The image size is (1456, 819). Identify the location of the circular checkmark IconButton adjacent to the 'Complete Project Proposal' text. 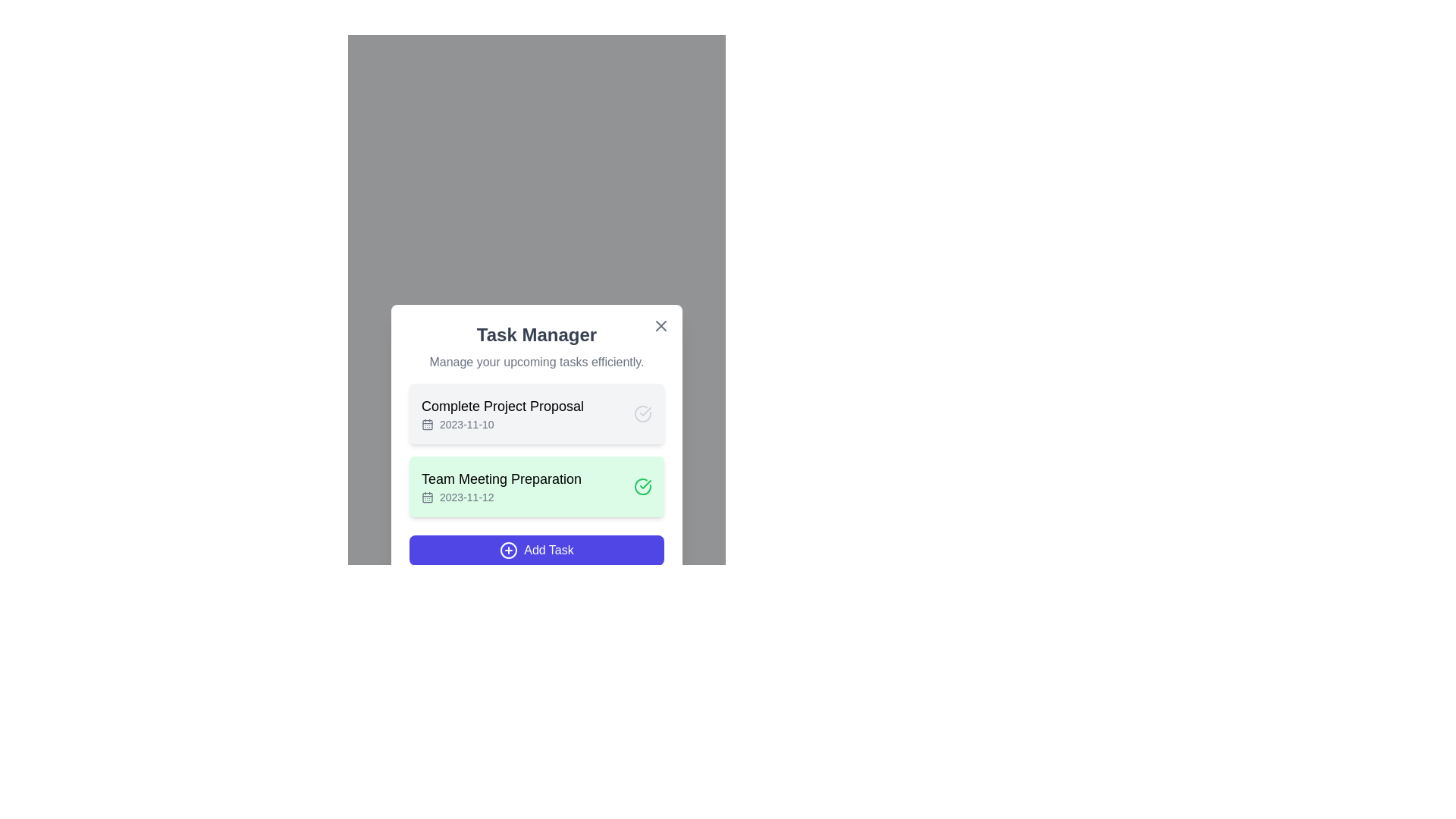
(643, 414).